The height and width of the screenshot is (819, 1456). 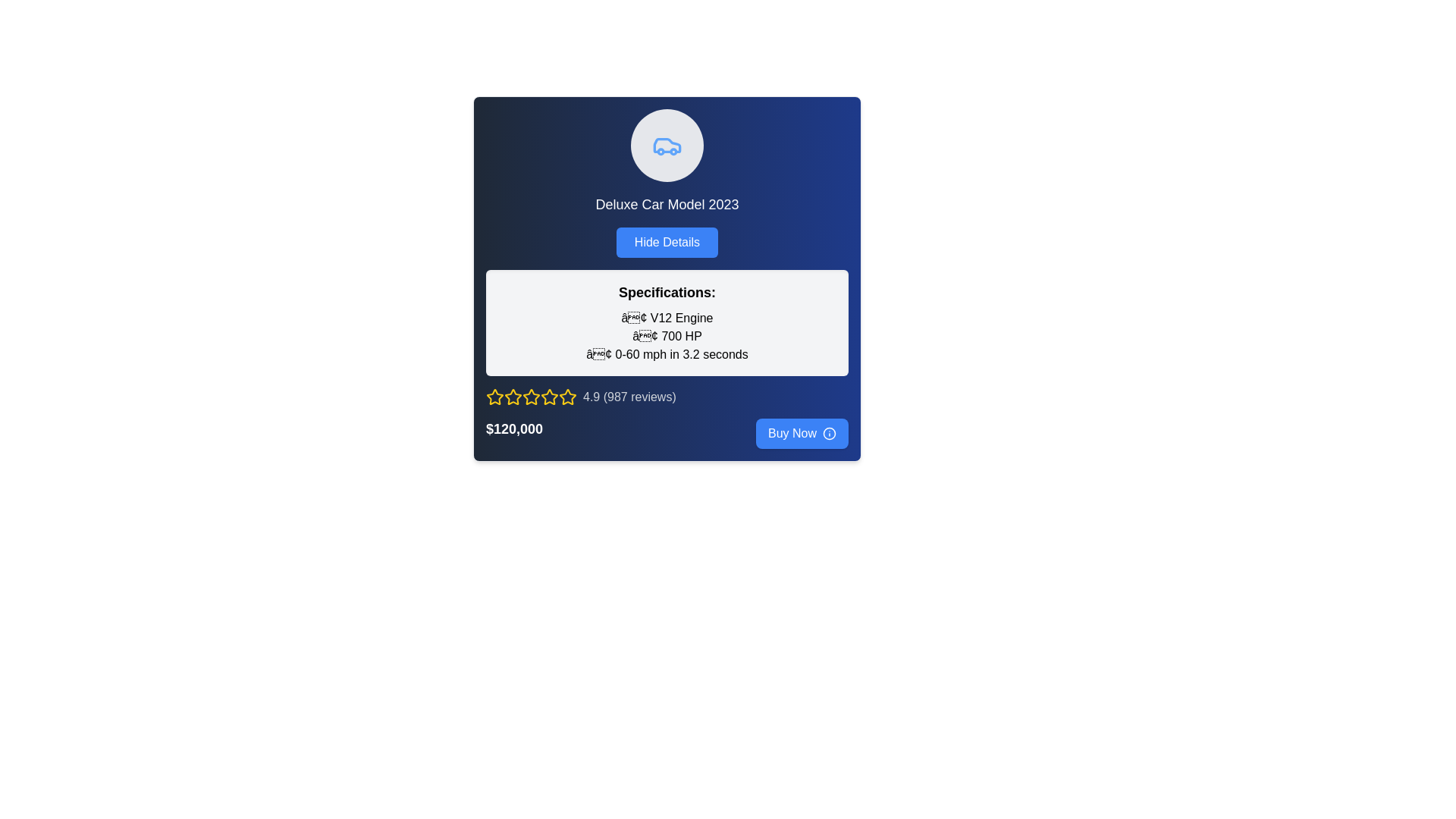 What do you see at coordinates (494, 397) in the screenshot?
I see `the first star-shaped icon with a yellow border and hollow center, located in the bottom-left section of the card interface` at bounding box center [494, 397].